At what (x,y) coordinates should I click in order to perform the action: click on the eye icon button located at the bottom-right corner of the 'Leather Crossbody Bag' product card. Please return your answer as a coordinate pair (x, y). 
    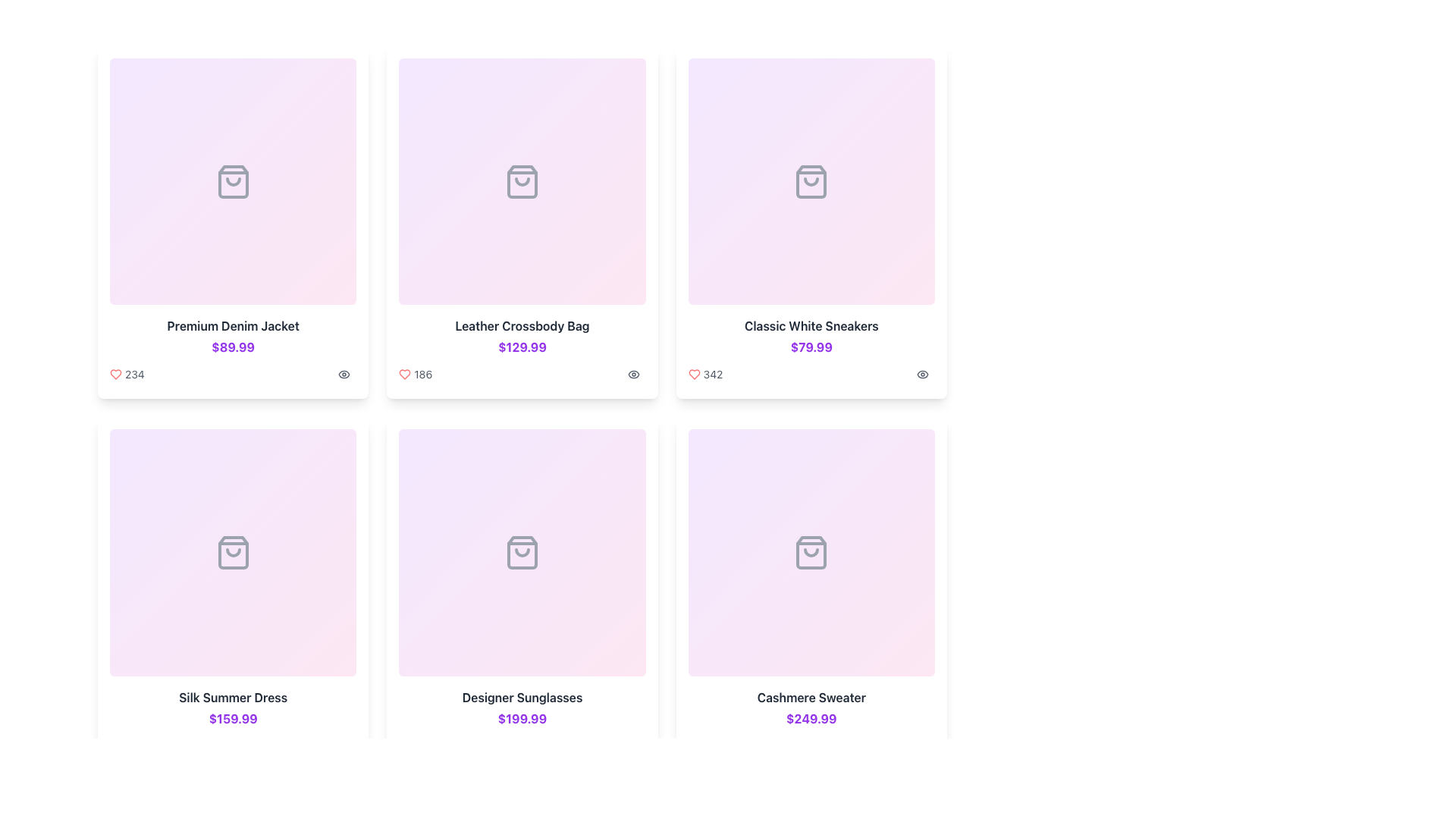
    Looking at the image, I should click on (633, 375).